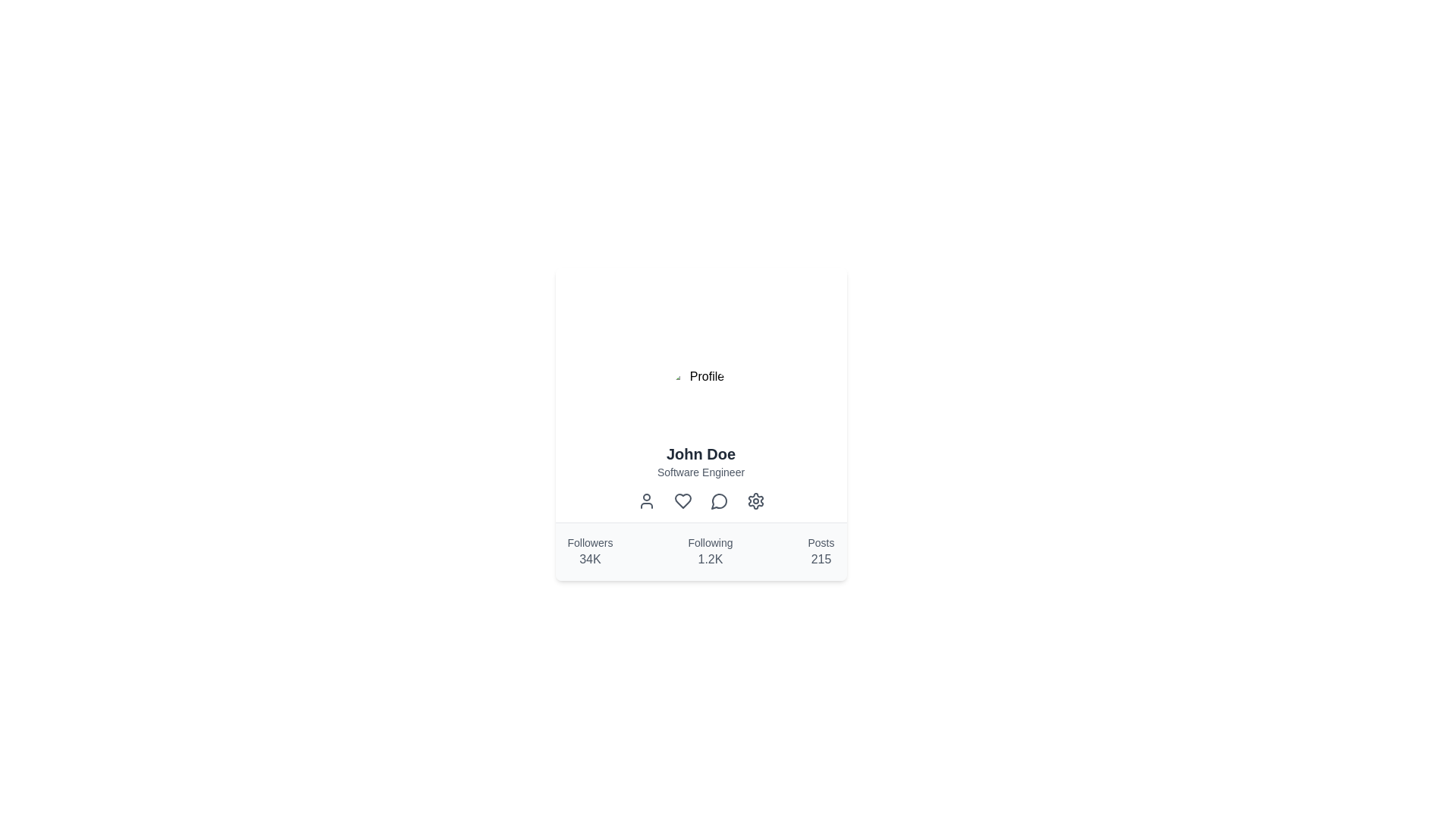 This screenshot has width=1456, height=819. Describe the element at coordinates (589, 552) in the screenshot. I see `the static text display showing the followers count labeled 'Followers' with the value '34K' positioned at the bottom left of the metrics row` at that location.